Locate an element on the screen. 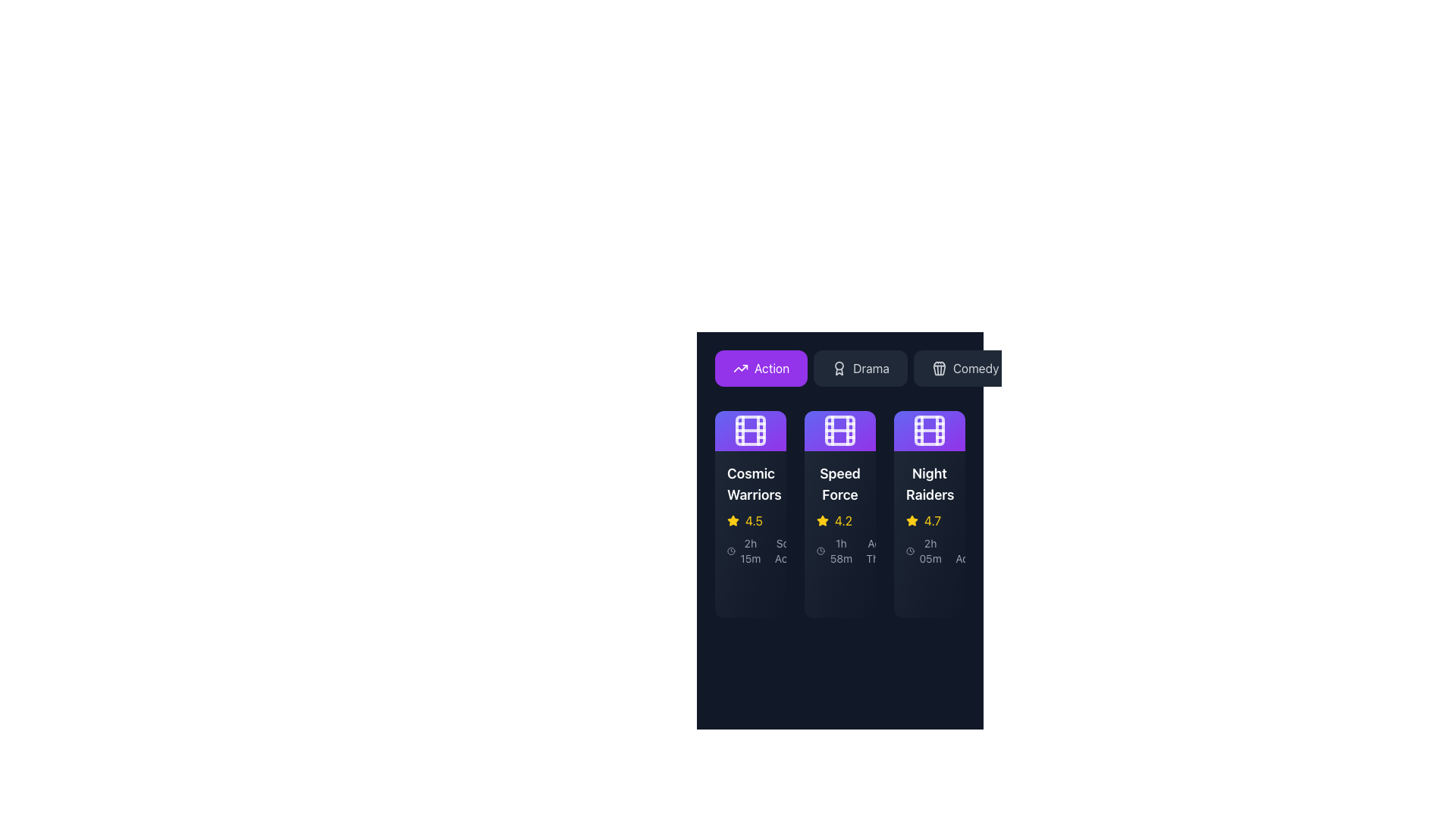 The height and width of the screenshot is (819, 1456). the static text label displaying '1h 58m', which is positioned beneath the rating section of the second card in a collection of three cards is located at coordinates (840, 551).